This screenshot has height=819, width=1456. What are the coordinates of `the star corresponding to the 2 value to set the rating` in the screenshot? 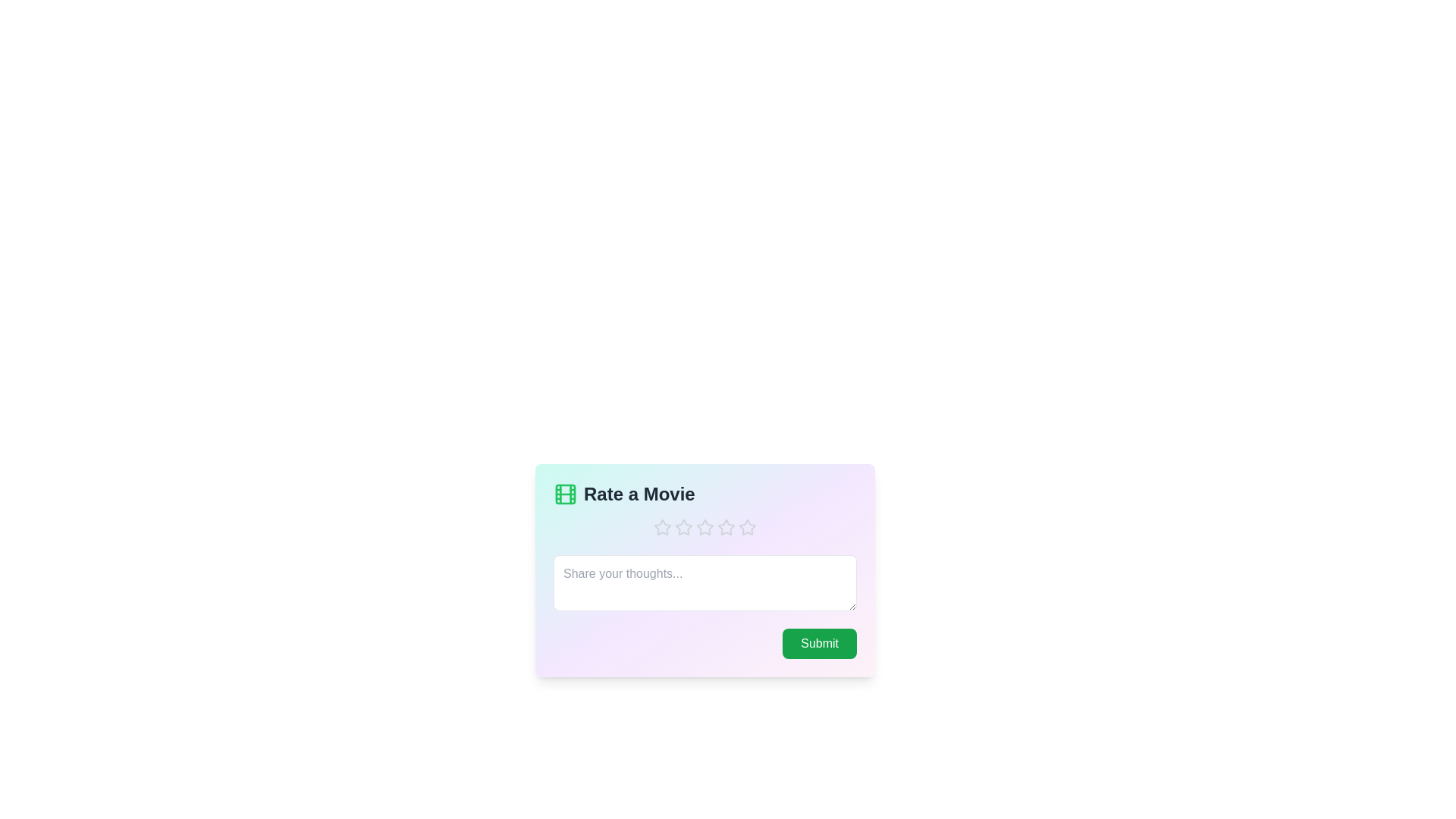 It's located at (683, 526).